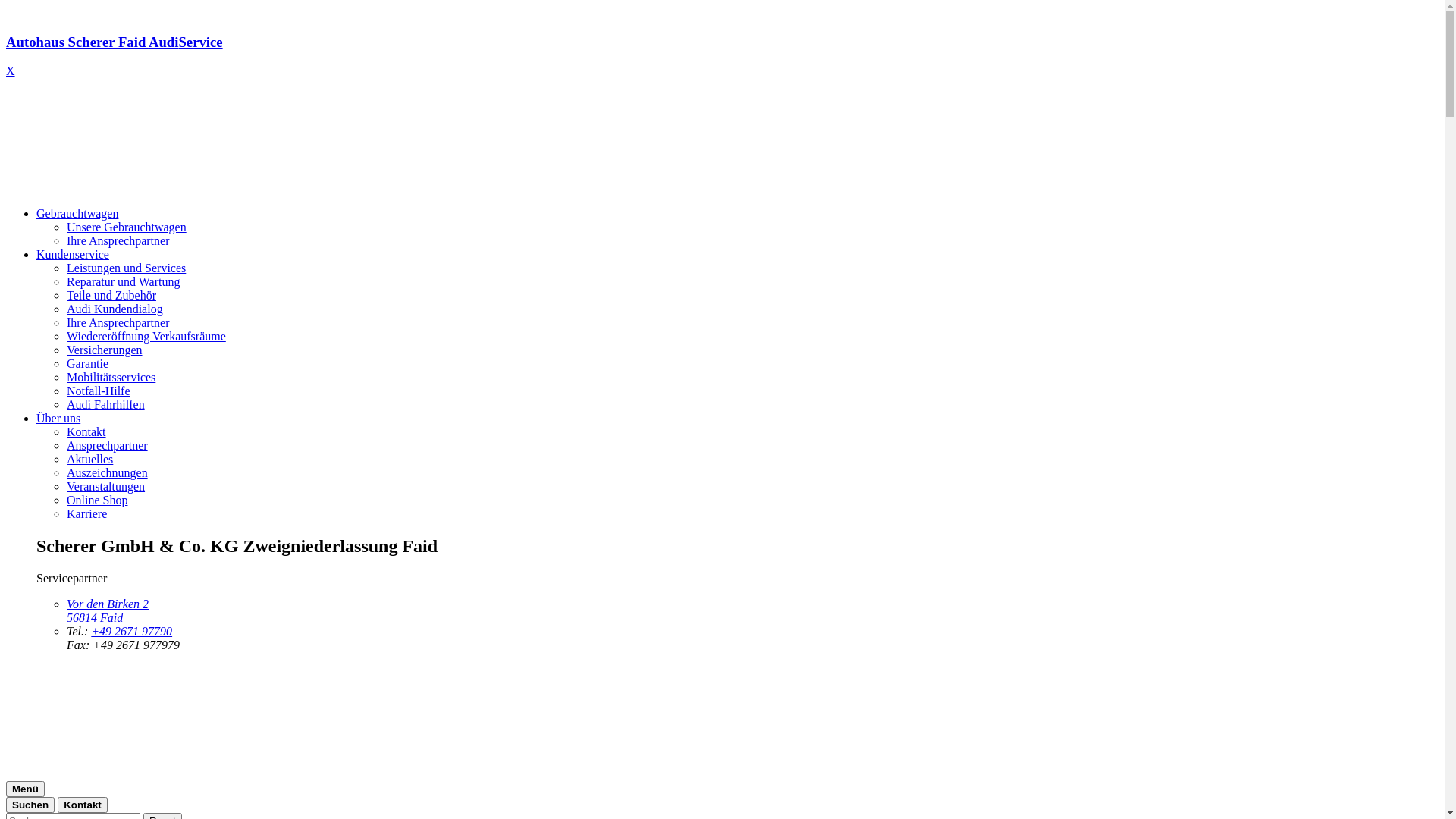  I want to click on 'Ansprechpartner', so click(106, 444).